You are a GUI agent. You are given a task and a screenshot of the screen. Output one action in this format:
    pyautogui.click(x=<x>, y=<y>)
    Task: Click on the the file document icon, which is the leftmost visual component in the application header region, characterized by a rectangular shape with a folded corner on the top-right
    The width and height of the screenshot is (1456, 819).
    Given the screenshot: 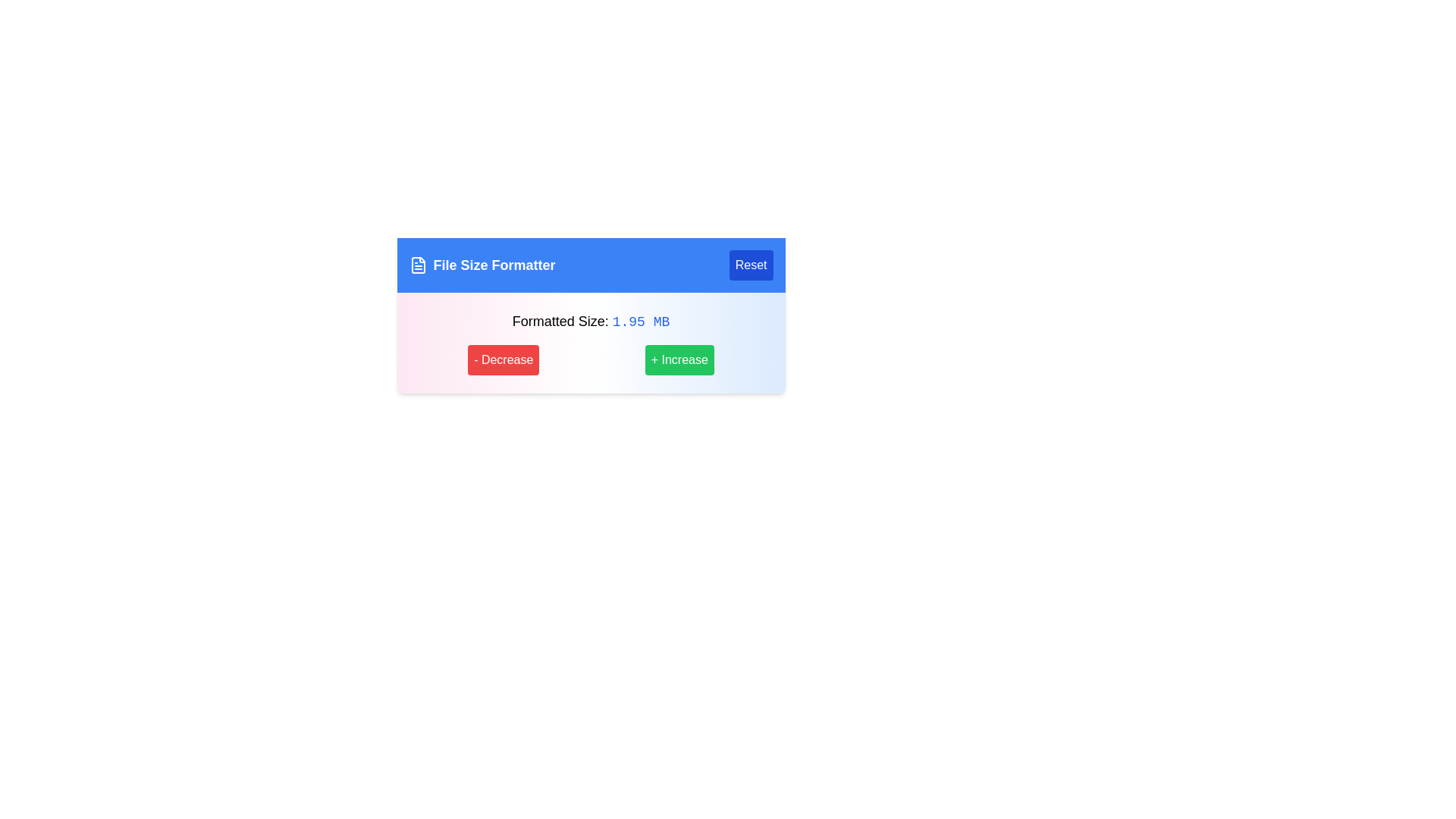 What is the action you would take?
    pyautogui.click(x=418, y=265)
    